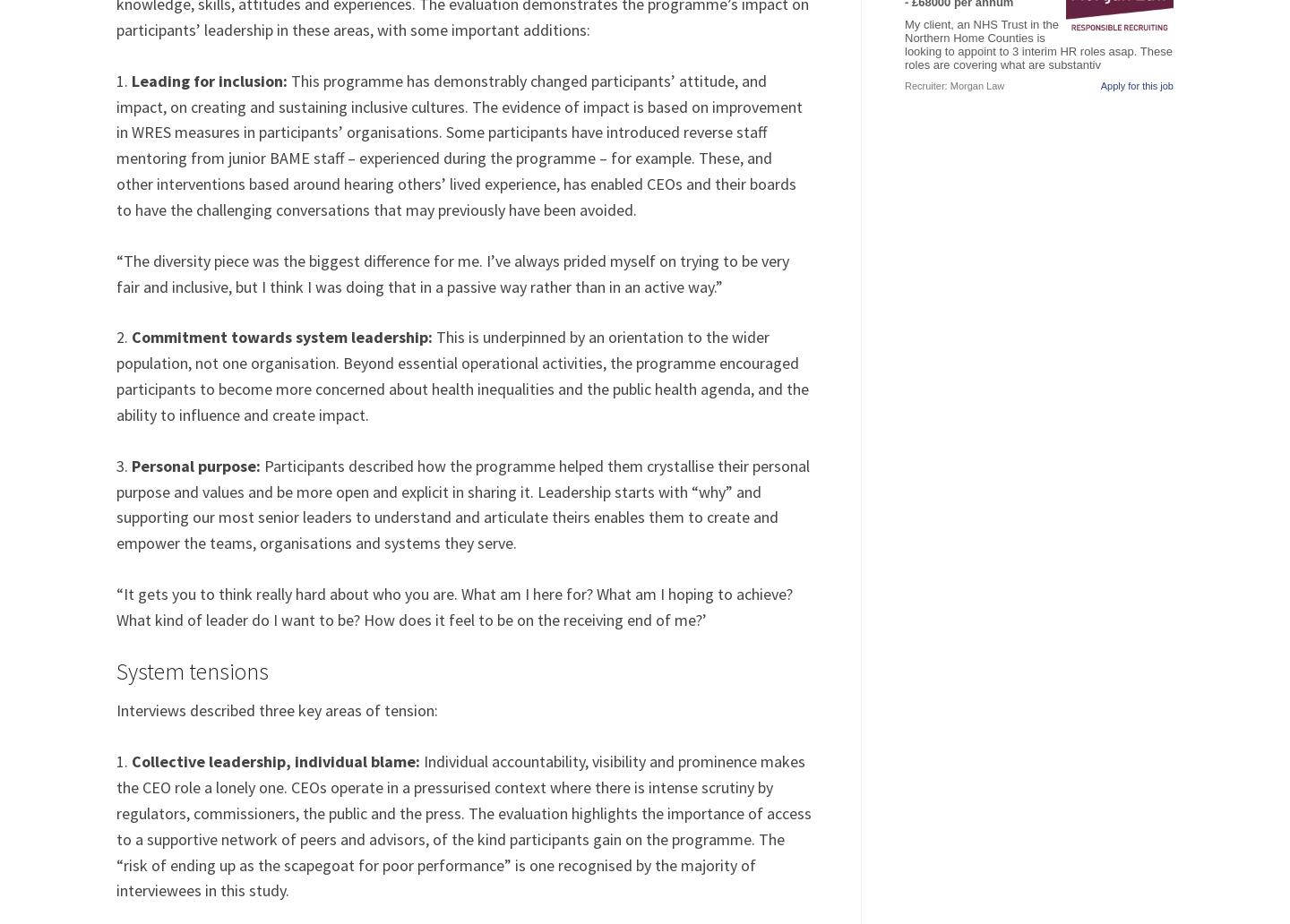 This screenshot has width=1290, height=924. What do you see at coordinates (461, 503) in the screenshot?
I see `'Participants described how the programme helped them crystallise their personal purpose and values and be more open and explicit in sharing it. Leadership starts with “why” and supporting our most senior leaders to understand and articulate theirs enables them to create and empower the teams, organisations and systems they serve.'` at bounding box center [461, 503].